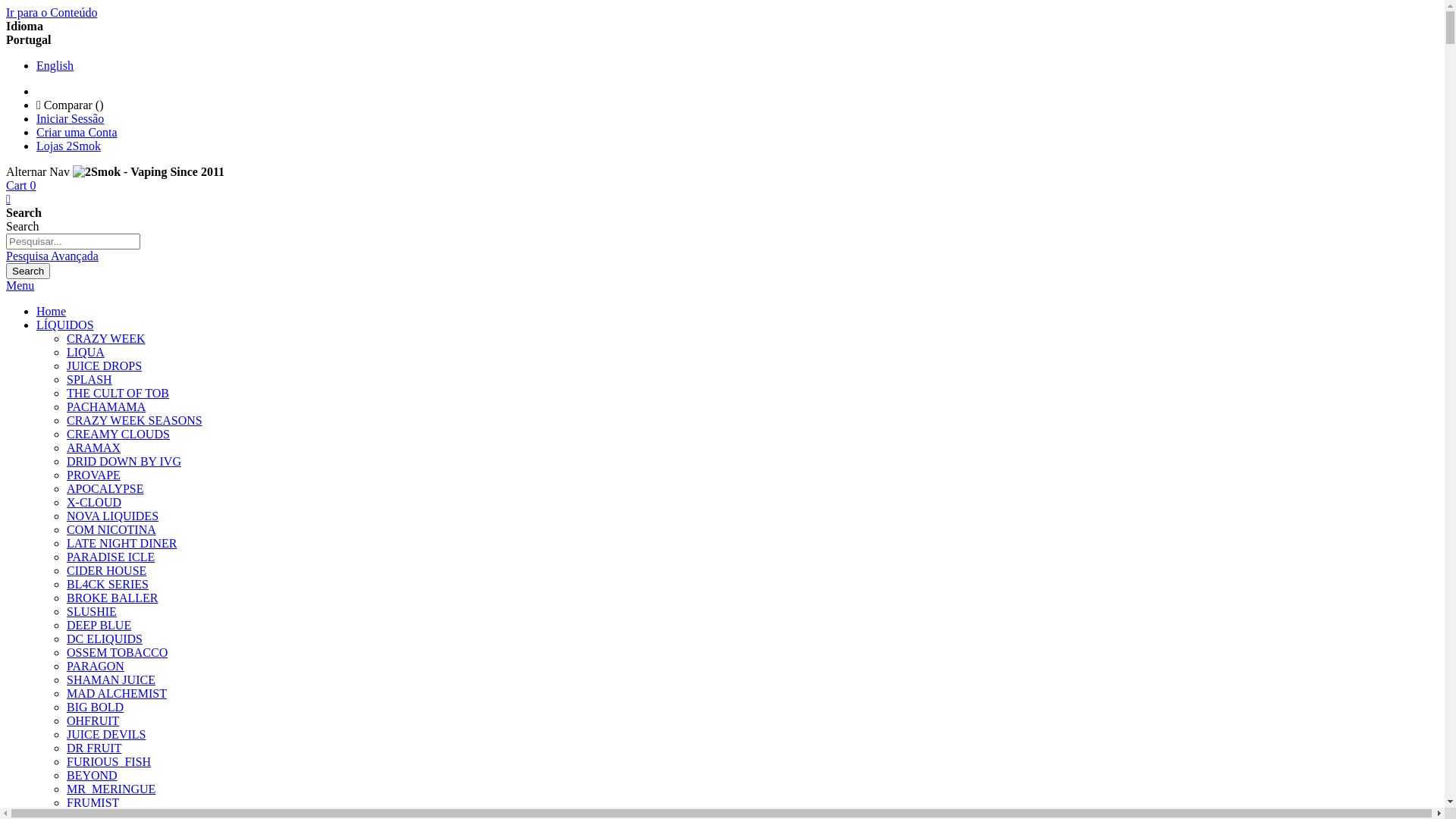 This screenshot has height=819, width=1456. What do you see at coordinates (111, 597) in the screenshot?
I see `'BROKE BALLER'` at bounding box center [111, 597].